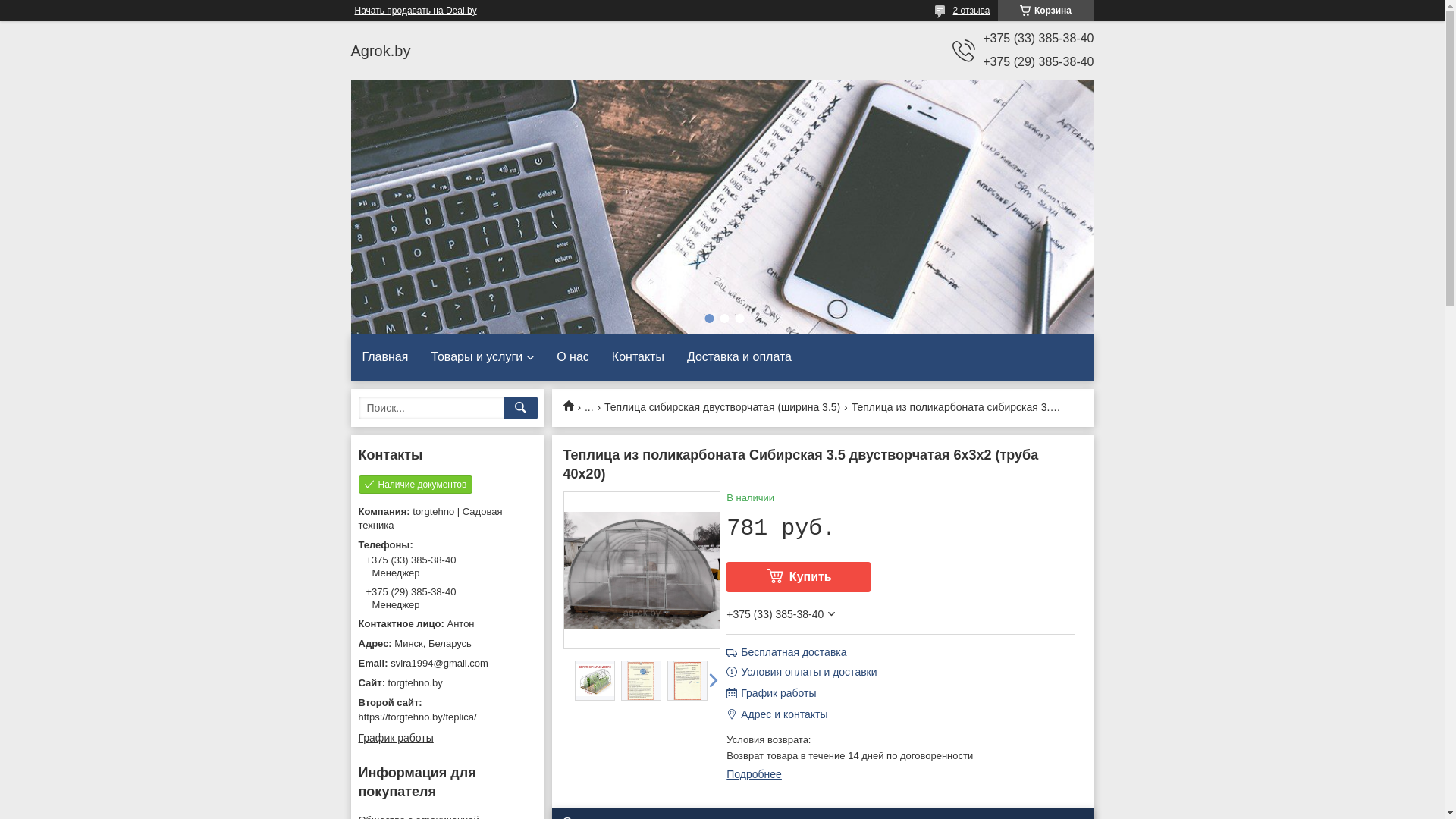 The width and height of the screenshot is (1456, 819). What do you see at coordinates (356, 683) in the screenshot?
I see `'torgtehno.by'` at bounding box center [356, 683].